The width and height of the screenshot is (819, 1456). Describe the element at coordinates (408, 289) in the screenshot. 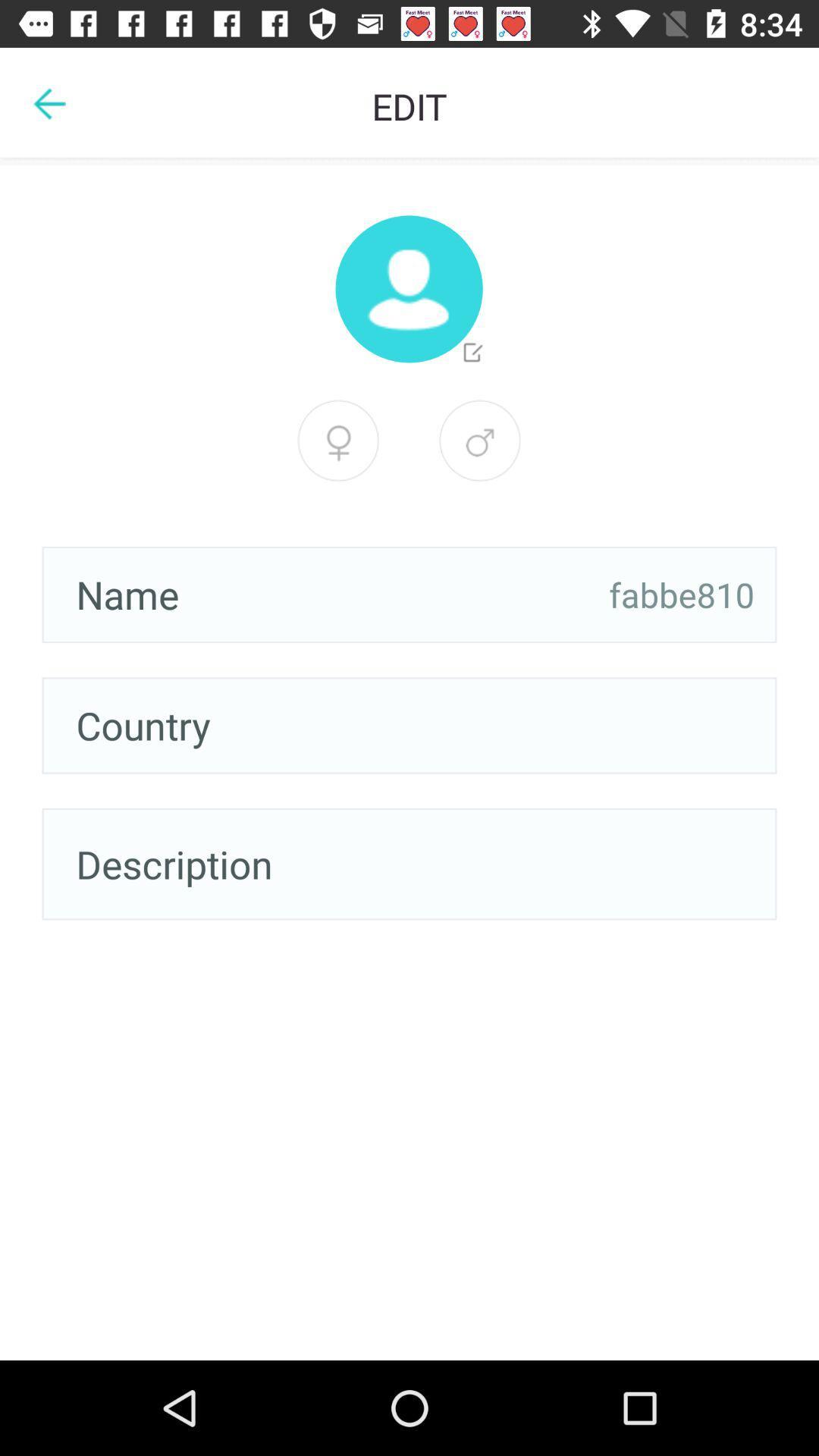

I see `account info` at that location.